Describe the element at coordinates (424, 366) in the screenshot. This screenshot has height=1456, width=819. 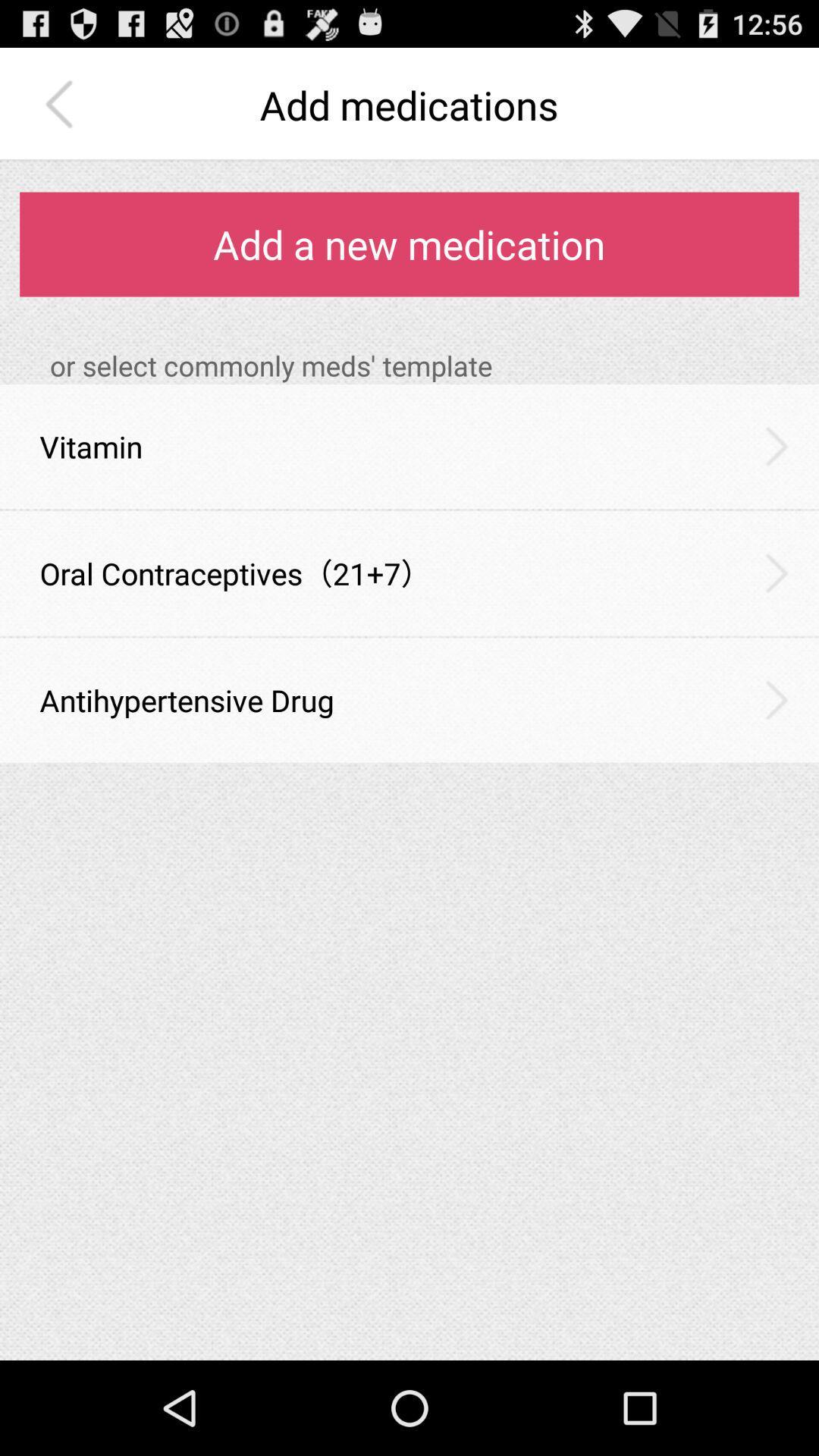
I see `or select commonly app` at that location.